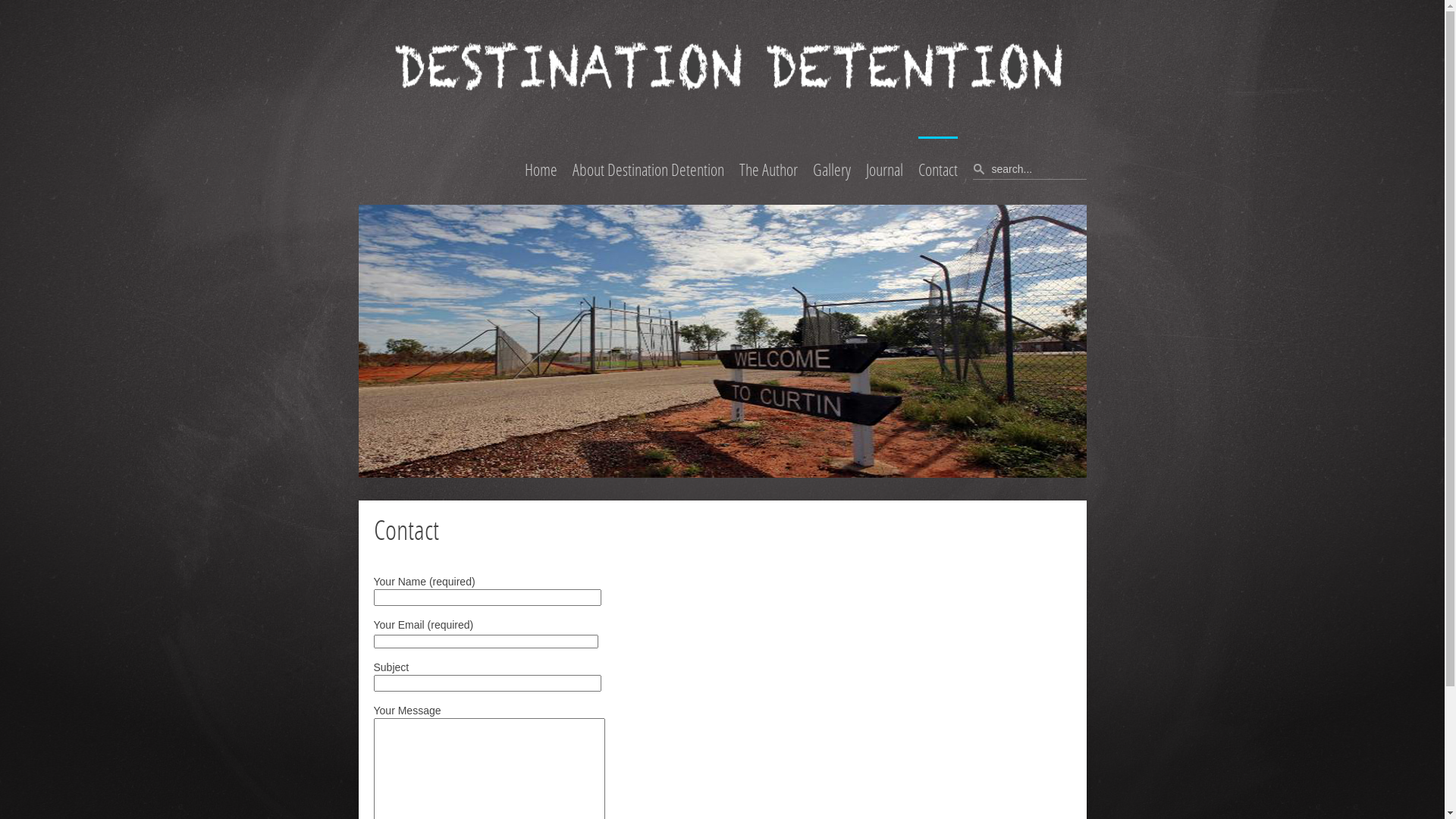  I want to click on 'Contact', so click(937, 170).